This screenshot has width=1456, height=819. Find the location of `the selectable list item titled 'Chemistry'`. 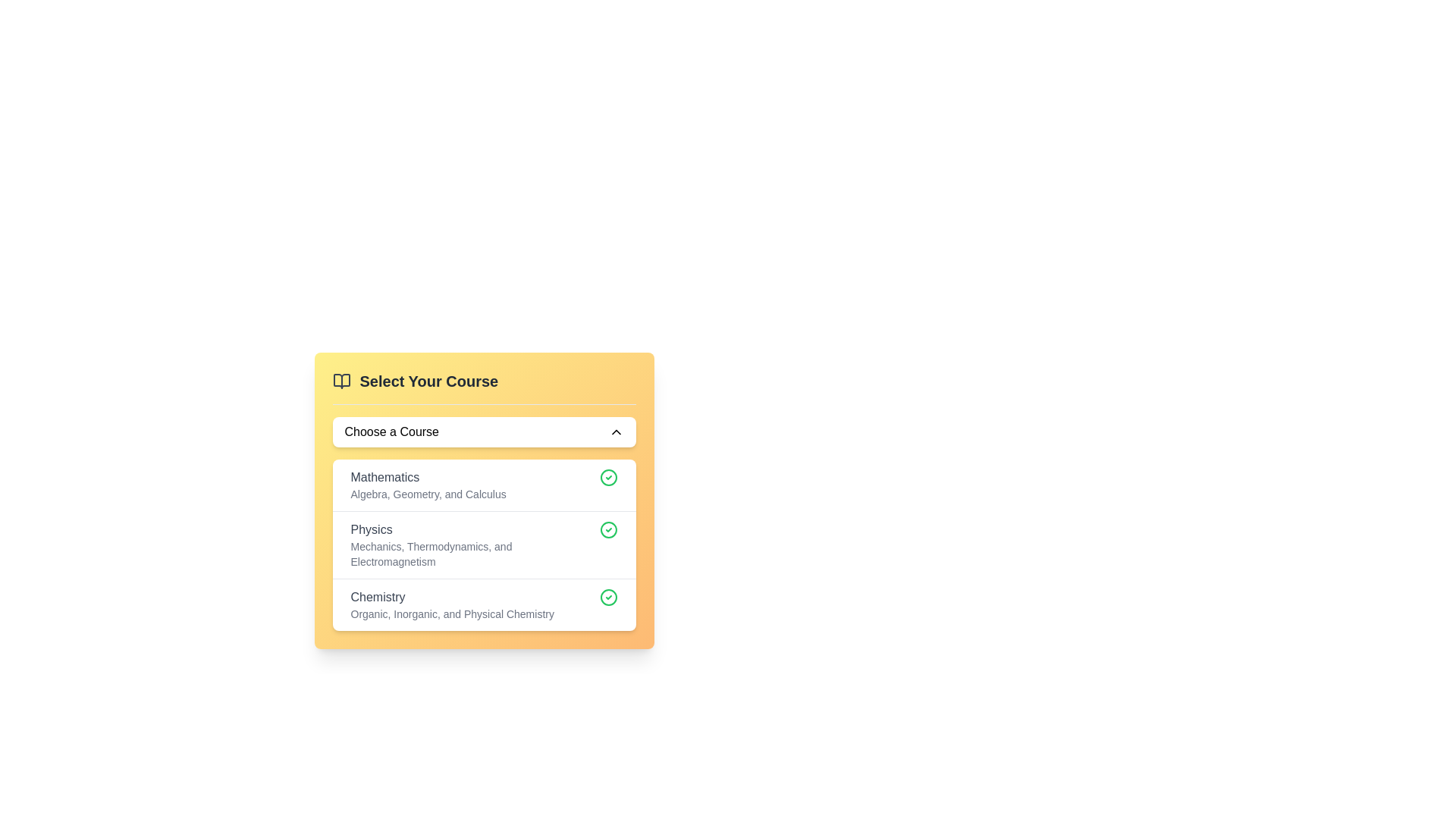

the selectable list item titled 'Chemistry' is located at coordinates (483, 604).